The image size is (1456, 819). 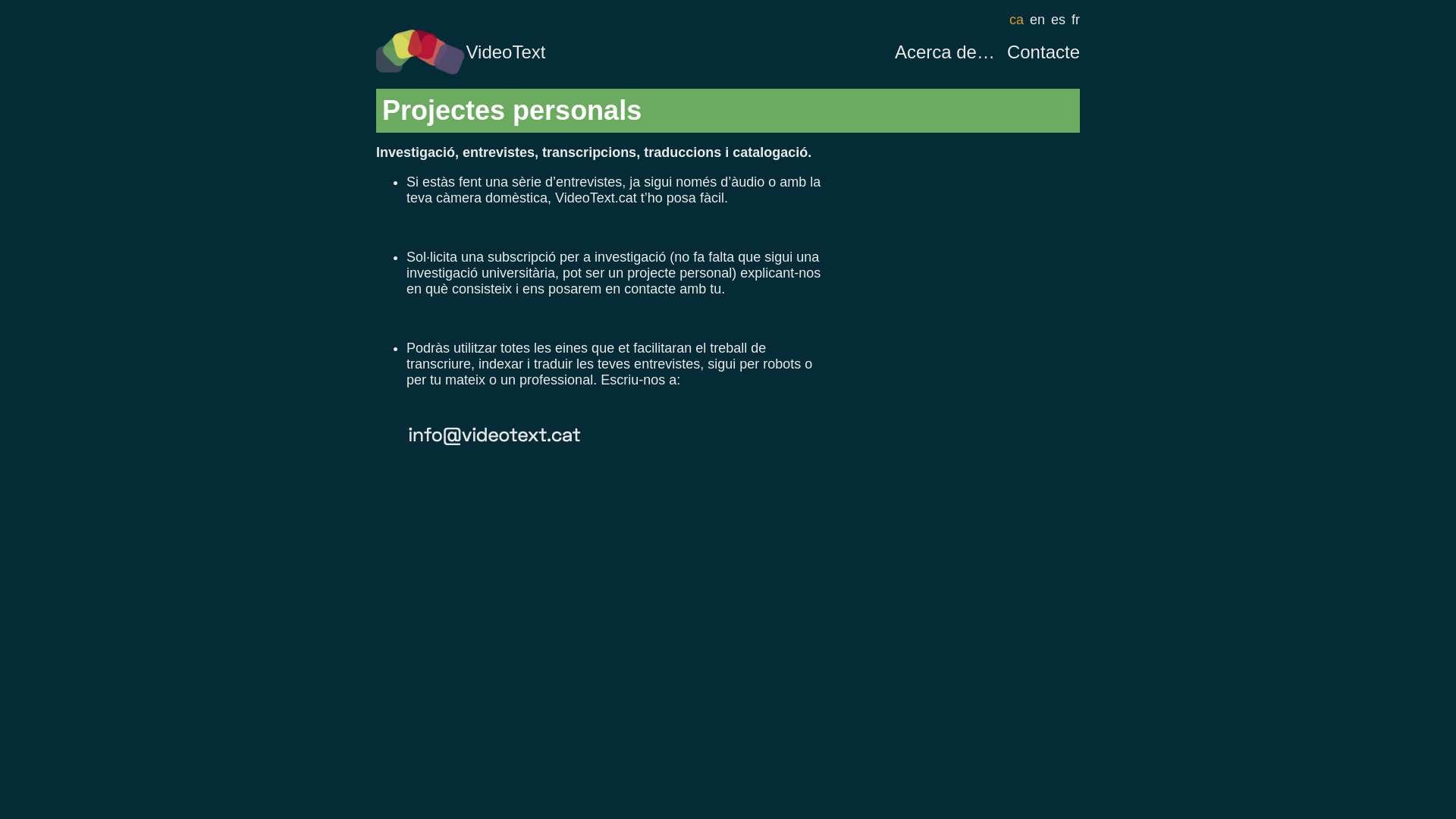 What do you see at coordinates (1016, 20) in the screenshot?
I see `'ca'` at bounding box center [1016, 20].